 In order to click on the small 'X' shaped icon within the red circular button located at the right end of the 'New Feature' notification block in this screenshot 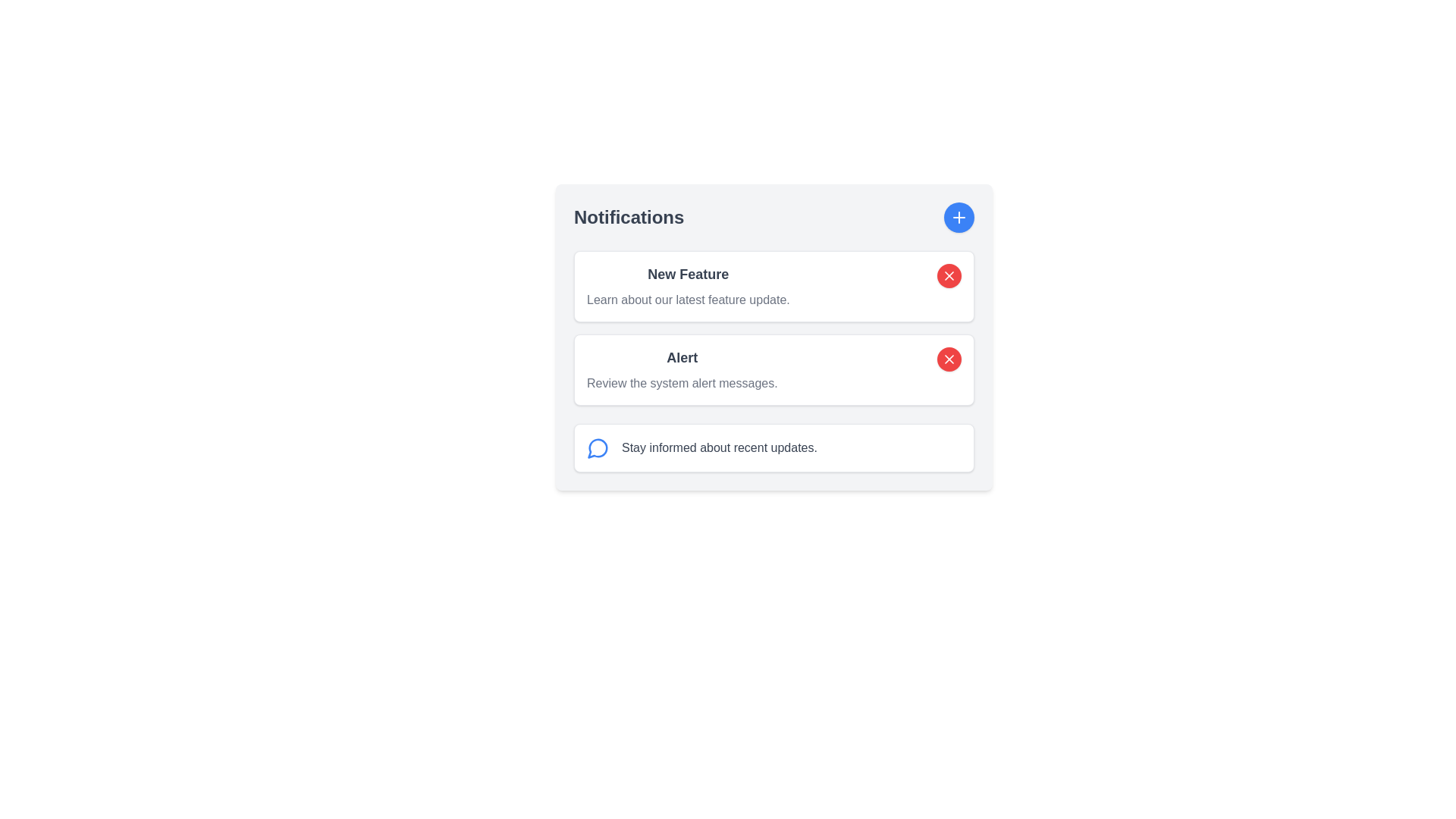, I will do `click(949, 275)`.